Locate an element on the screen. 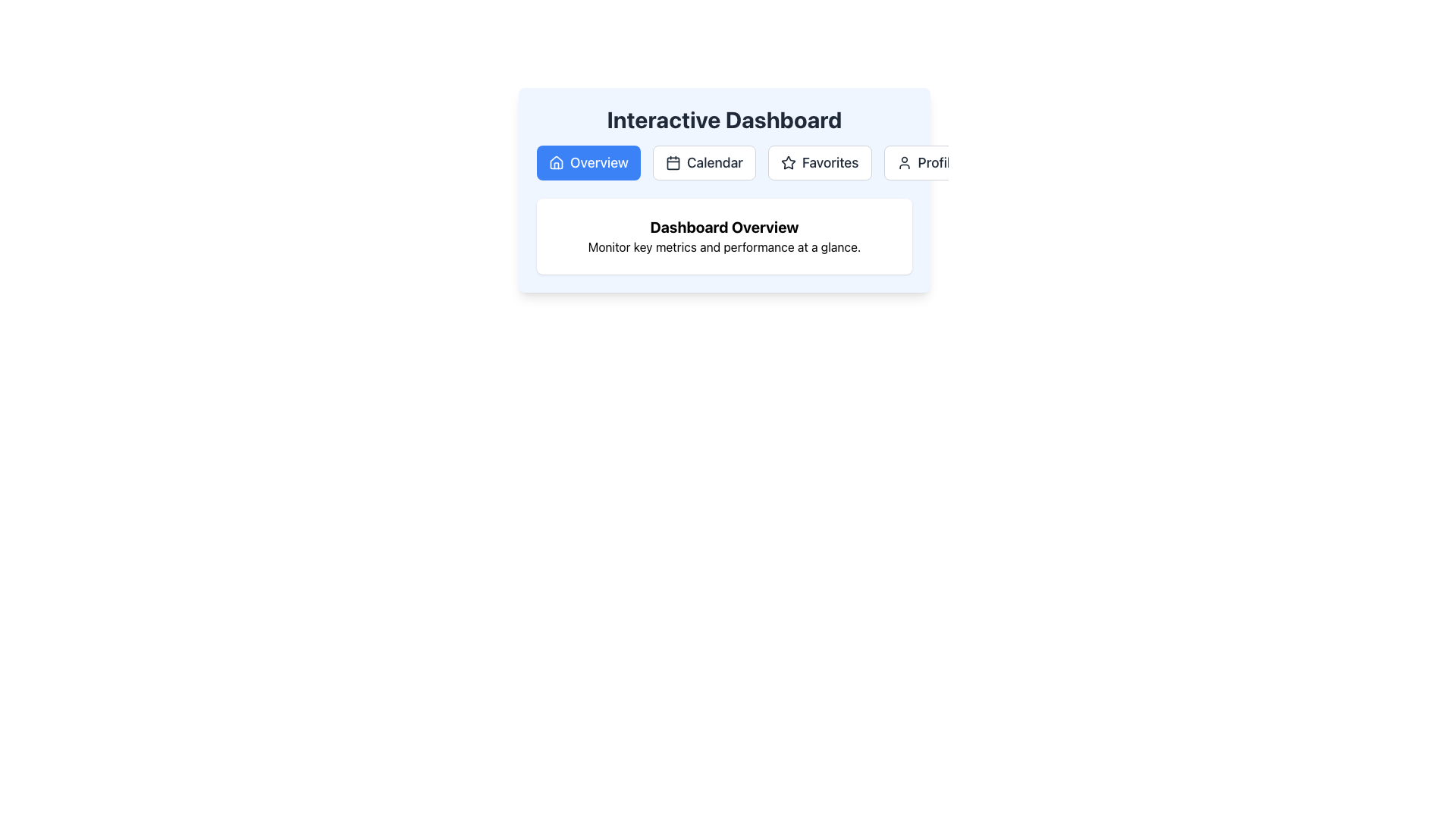 This screenshot has height=819, width=1456. the 'Calendar' button located in the navigation bar is located at coordinates (703, 163).